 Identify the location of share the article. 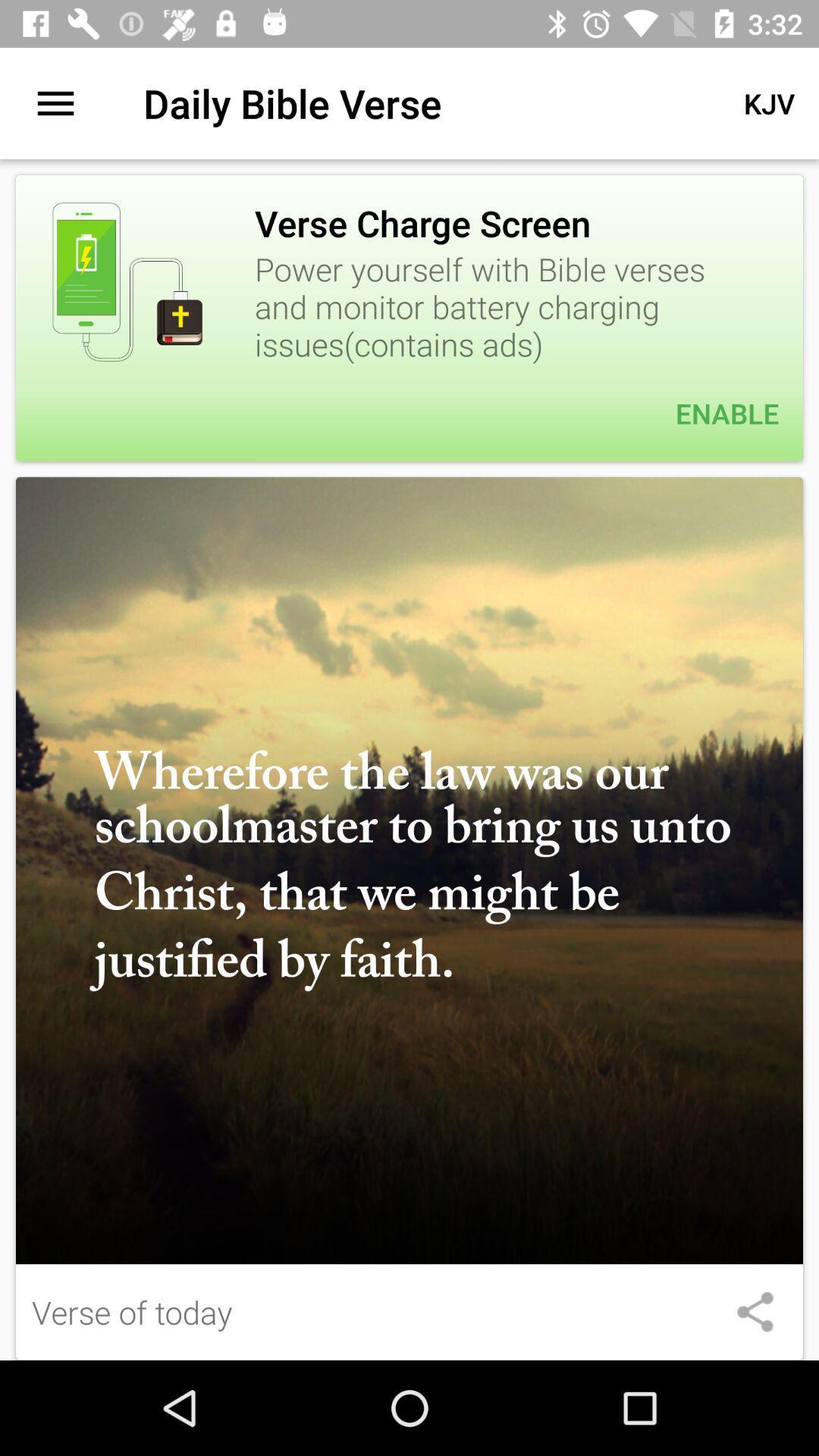
(755, 1311).